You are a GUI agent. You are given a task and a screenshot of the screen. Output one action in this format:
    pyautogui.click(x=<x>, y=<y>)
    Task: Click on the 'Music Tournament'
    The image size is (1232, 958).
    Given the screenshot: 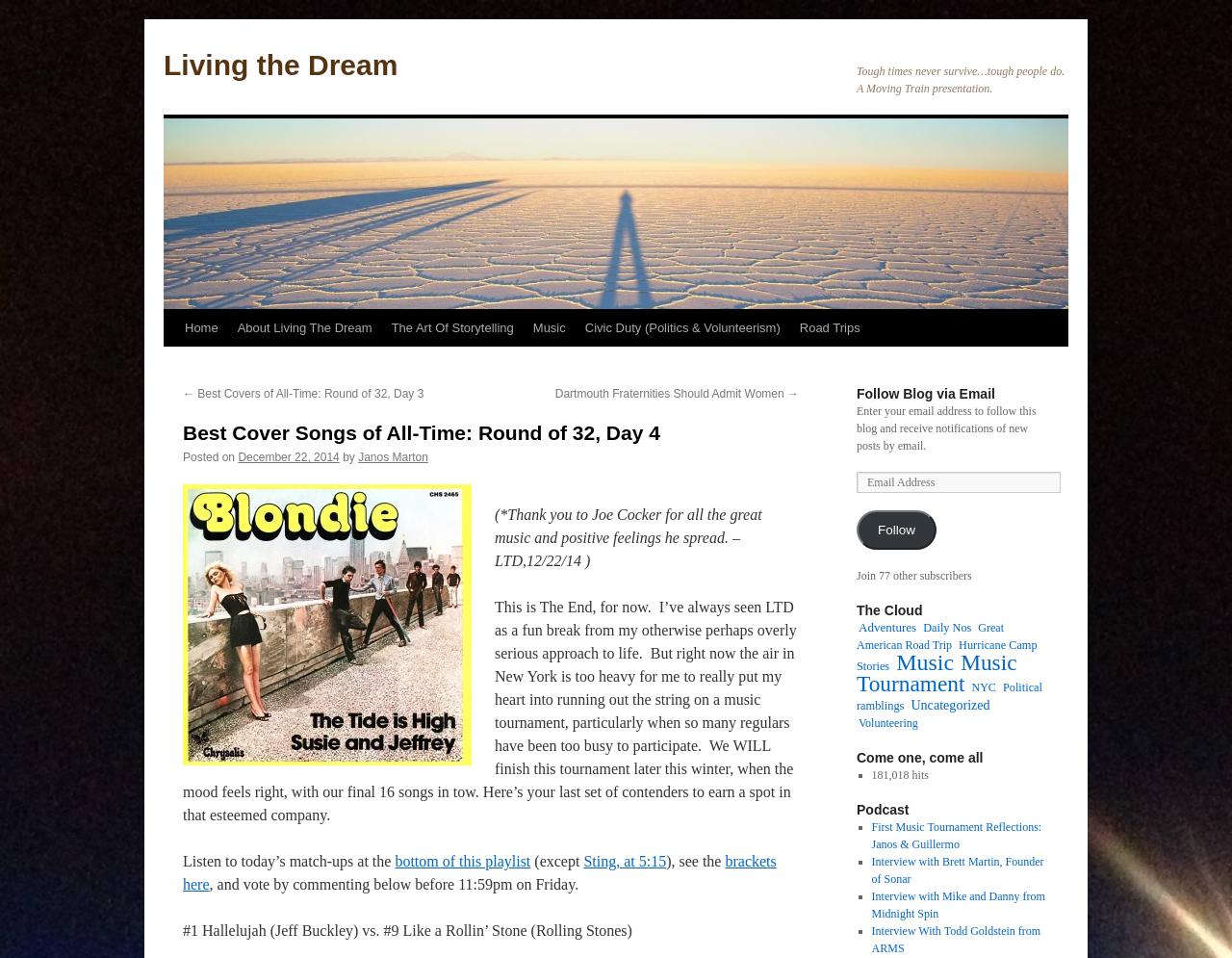 What is the action you would take?
    pyautogui.click(x=937, y=672)
    